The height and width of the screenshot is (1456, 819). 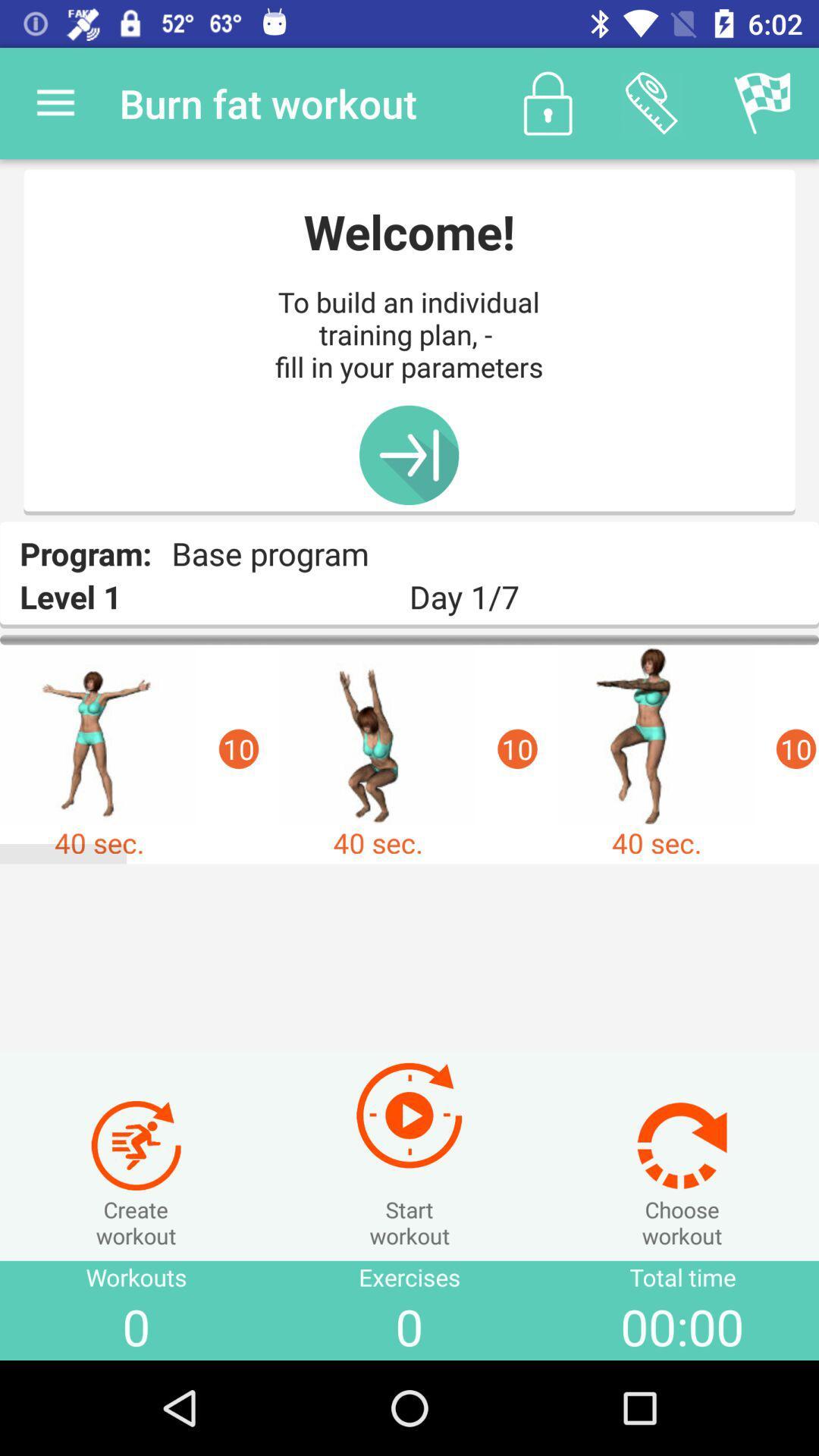 What do you see at coordinates (763, 102) in the screenshot?
I see `item above the day 1/7` at bounding box center [763, 102].